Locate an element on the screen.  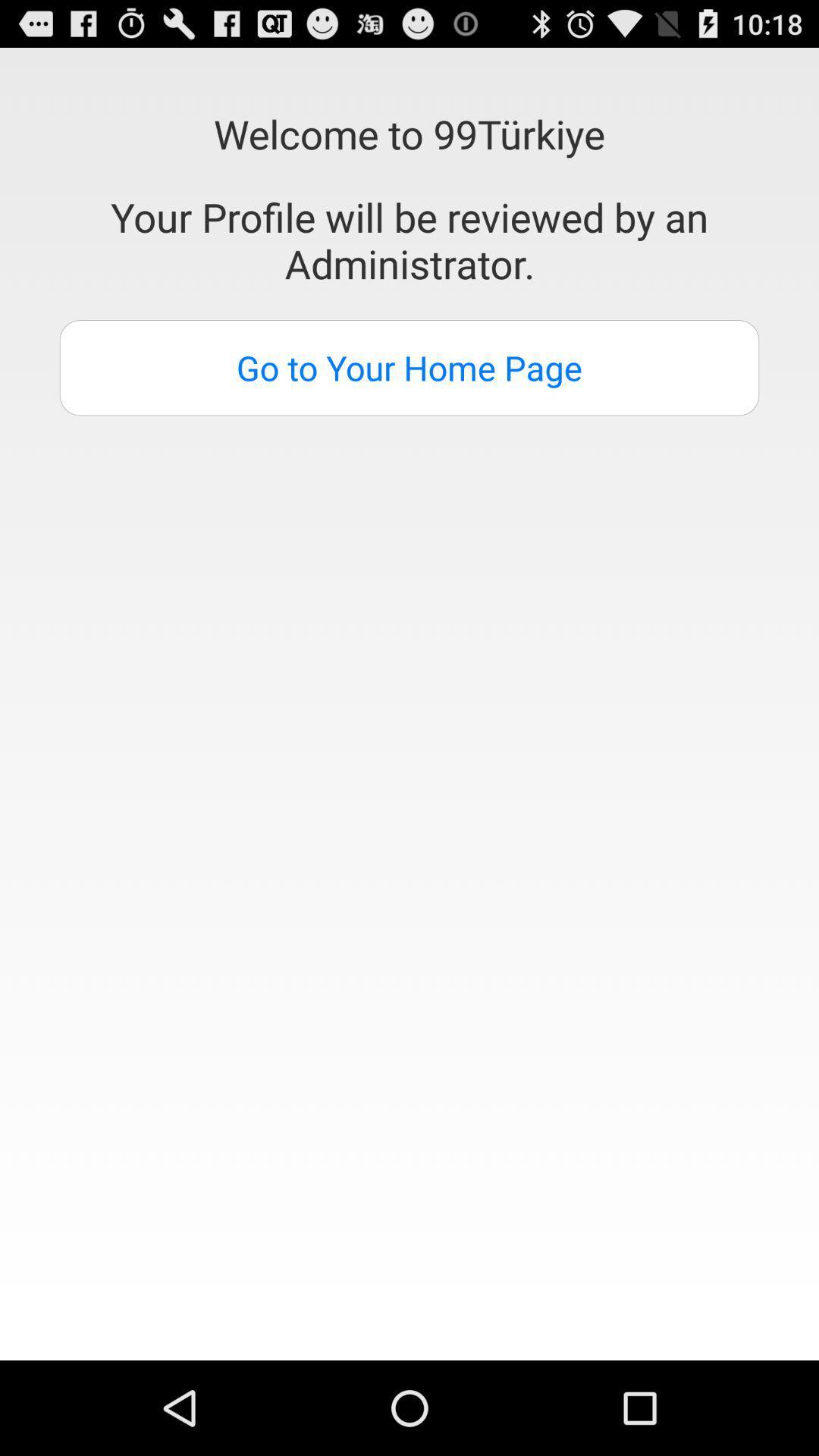
the go to your button is located at coordinates (409, 368).